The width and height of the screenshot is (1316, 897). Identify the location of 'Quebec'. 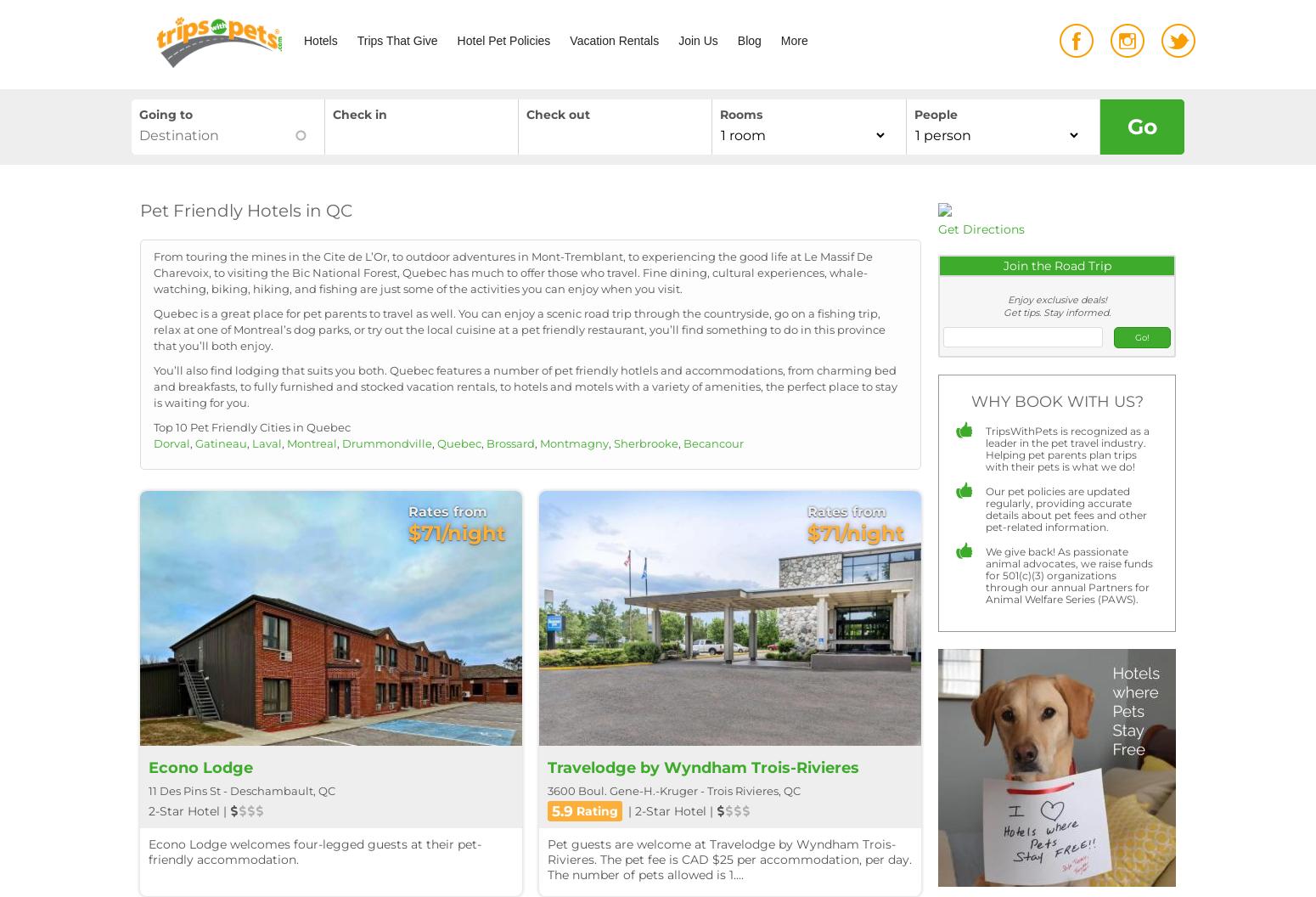
(458, 442).